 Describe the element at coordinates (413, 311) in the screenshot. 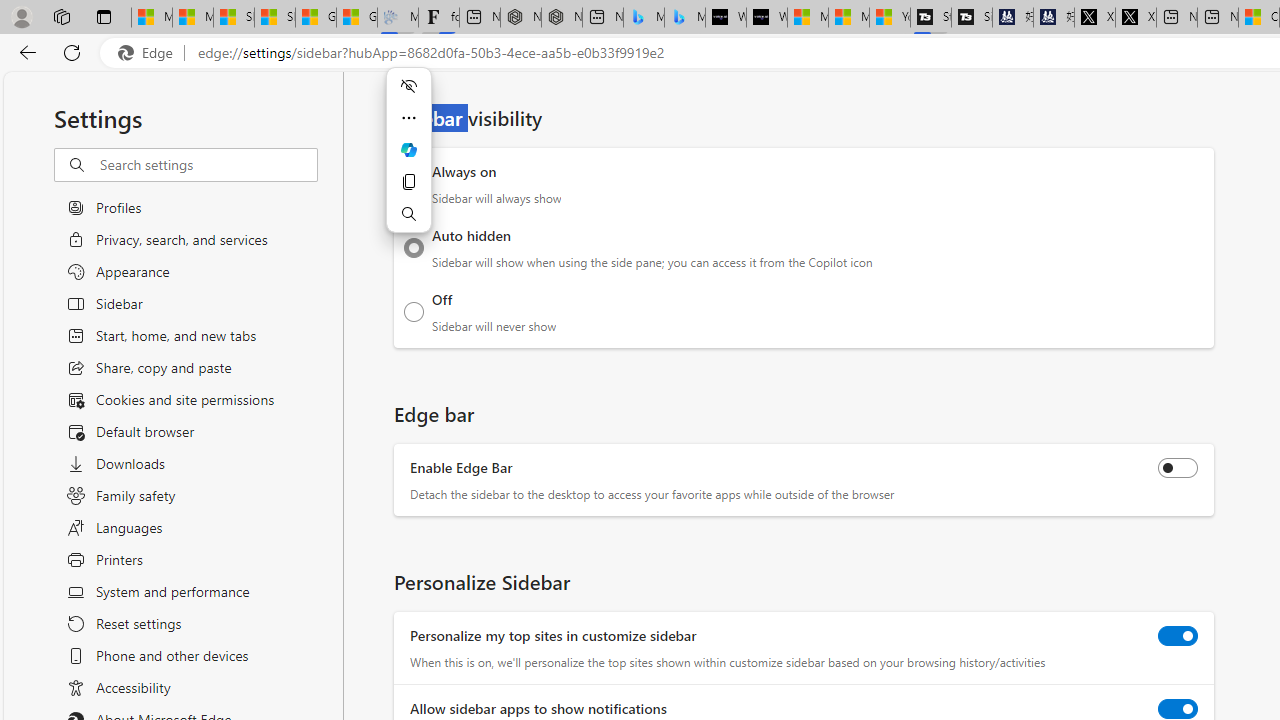

I see `'Off Sidebar will never show'` at that location.